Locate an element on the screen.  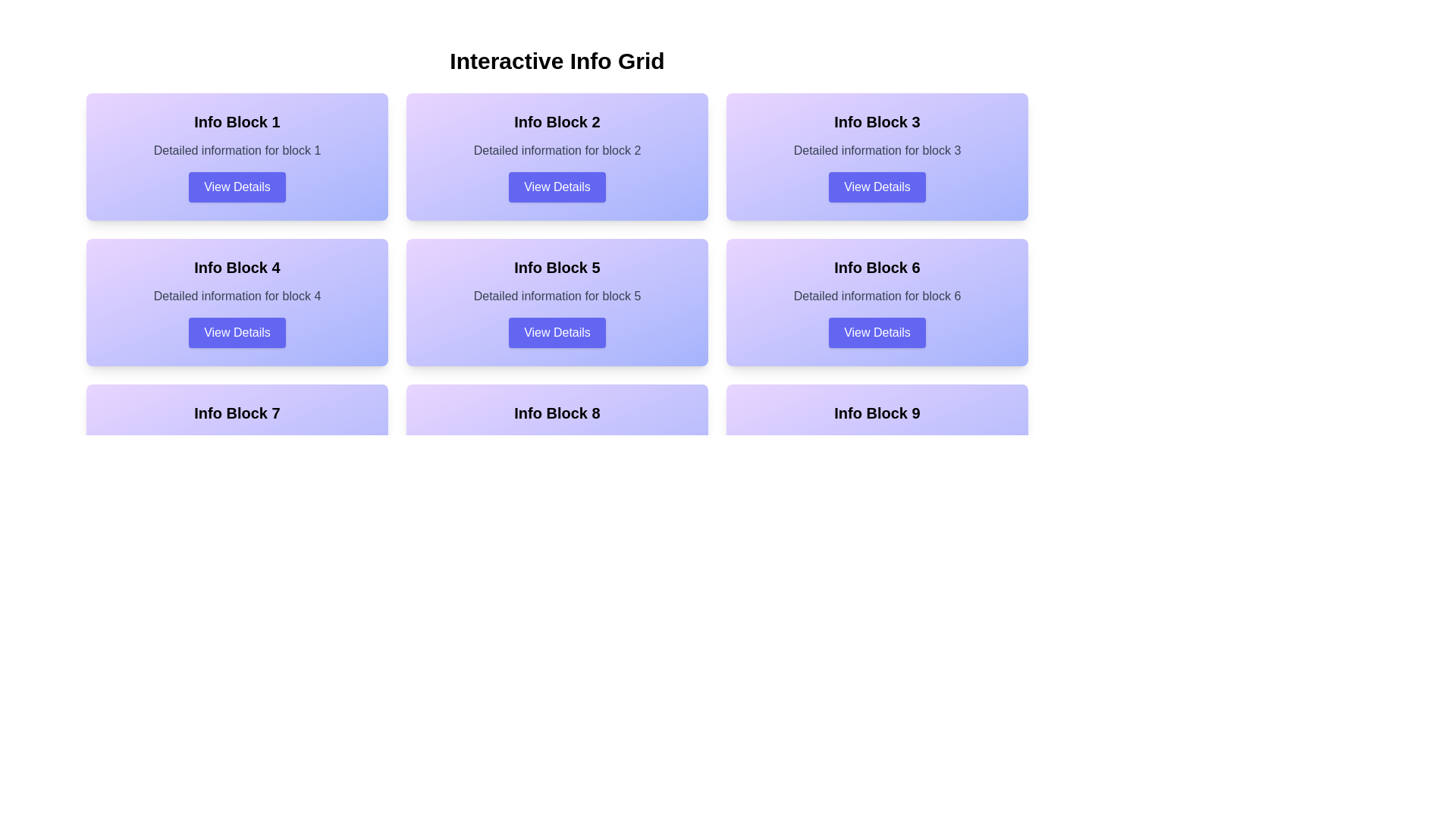
the bold text label 'Info Block 7' which is centered within a purple card in the second row, first column of a 3x3 grid is located at coordinates (236, 413).